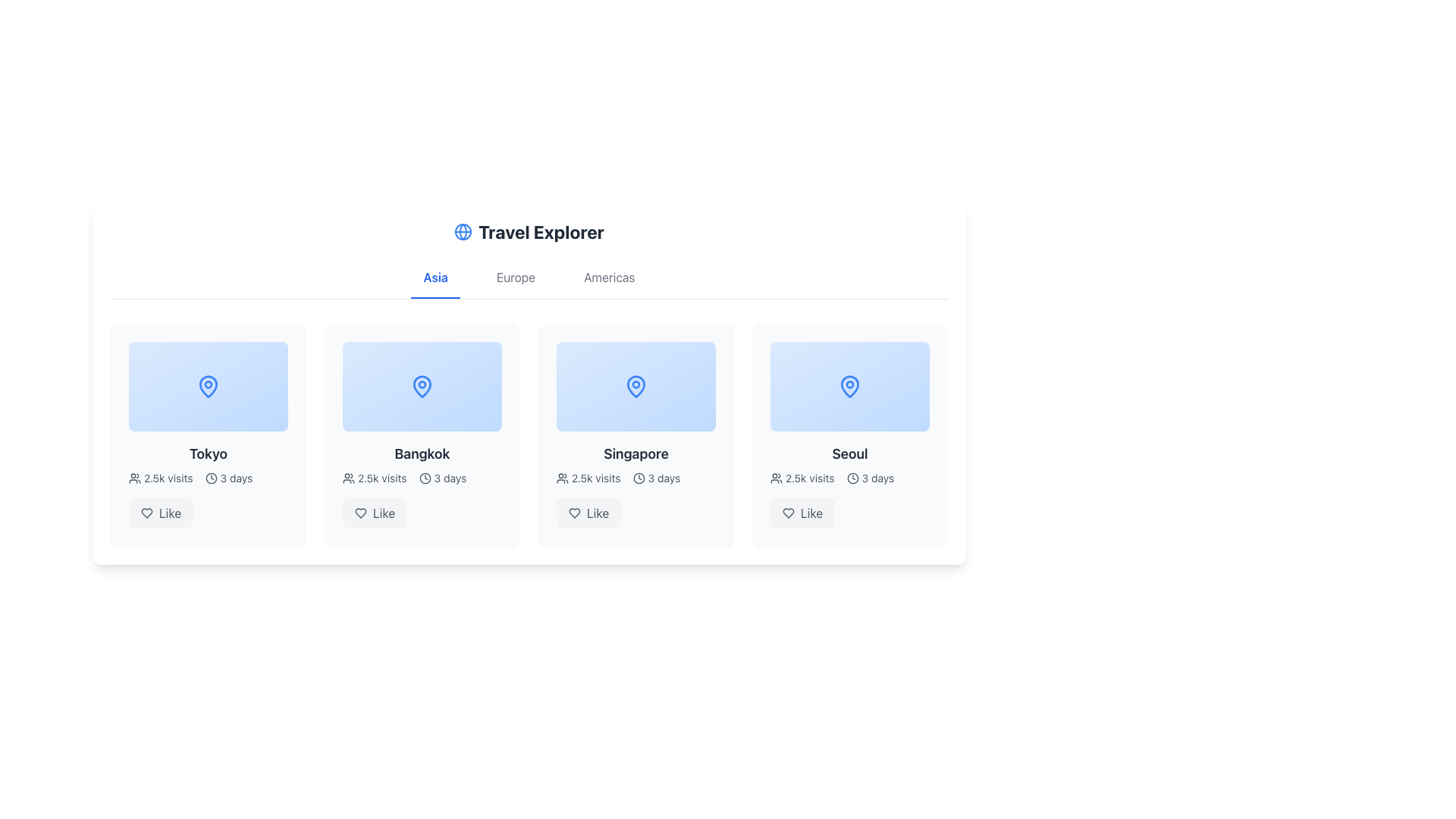 This screenshot has width=1456, height=819. What do you see at coordinates (529, 231) in the screenshot?
I see `the Text with icon label that represents the title and branding of the application, located horizontally centered near the top of the main content area, directly above the navigation links` at bounding box center [529, 231].